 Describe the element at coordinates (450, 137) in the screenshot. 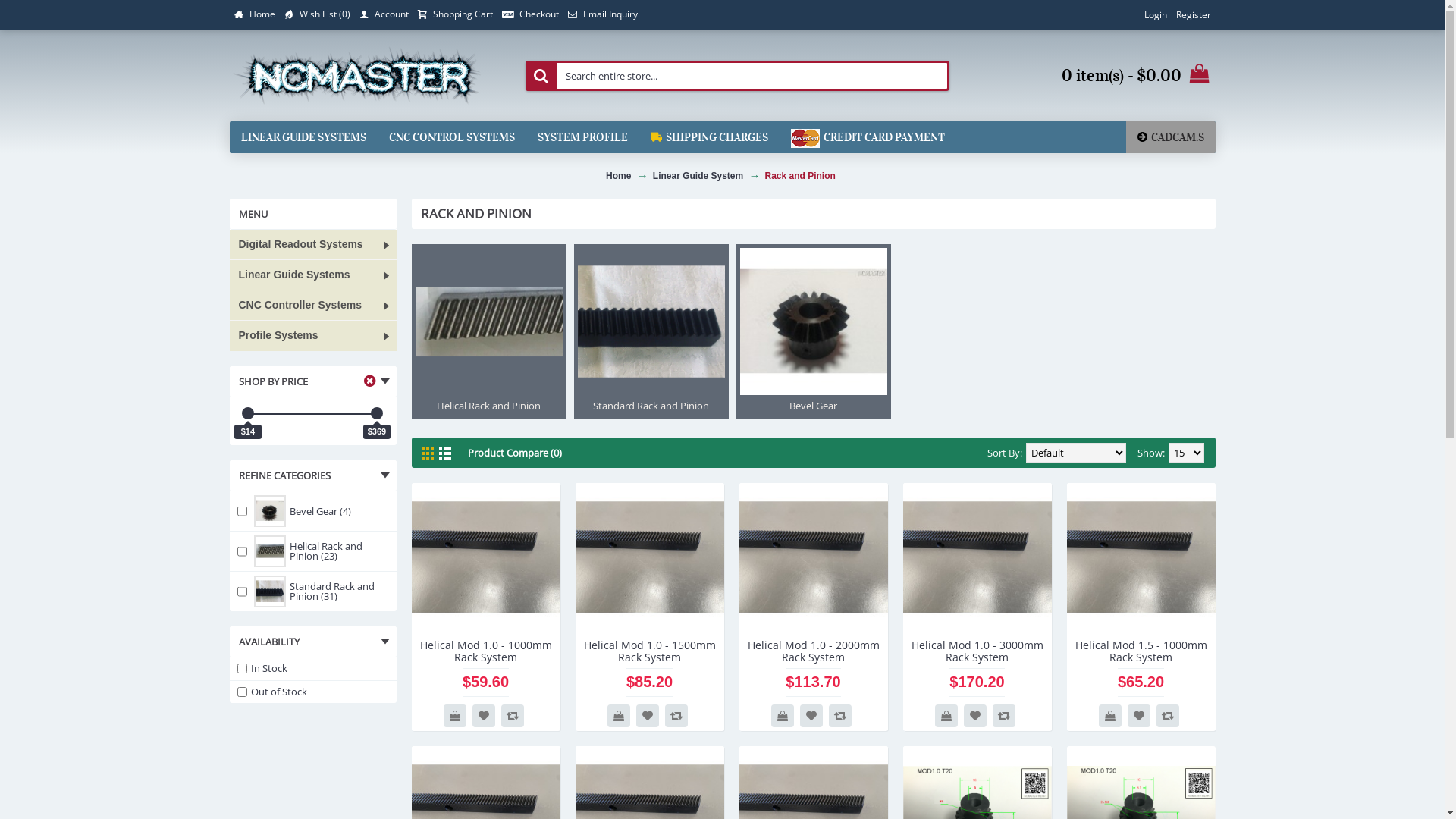

I see `'CNC CONTROL SYSTEMS'` at that location.